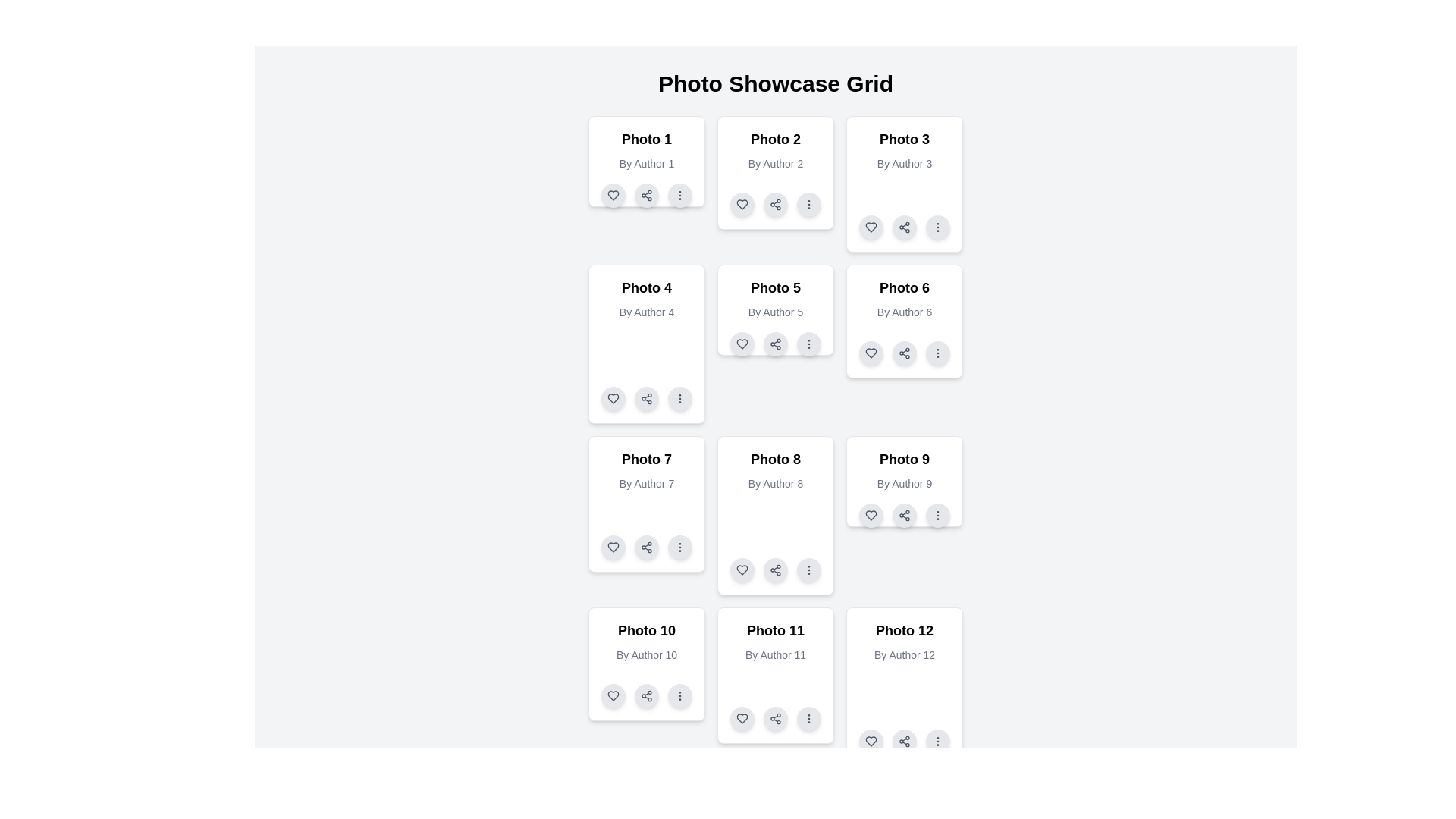 This screenshot has height=819, width=1456. I want to click on label 'Photo 2' located in the second card of a 3x4 grid layout, centered above the smaller text 'By Author 2', so click(775, 140).